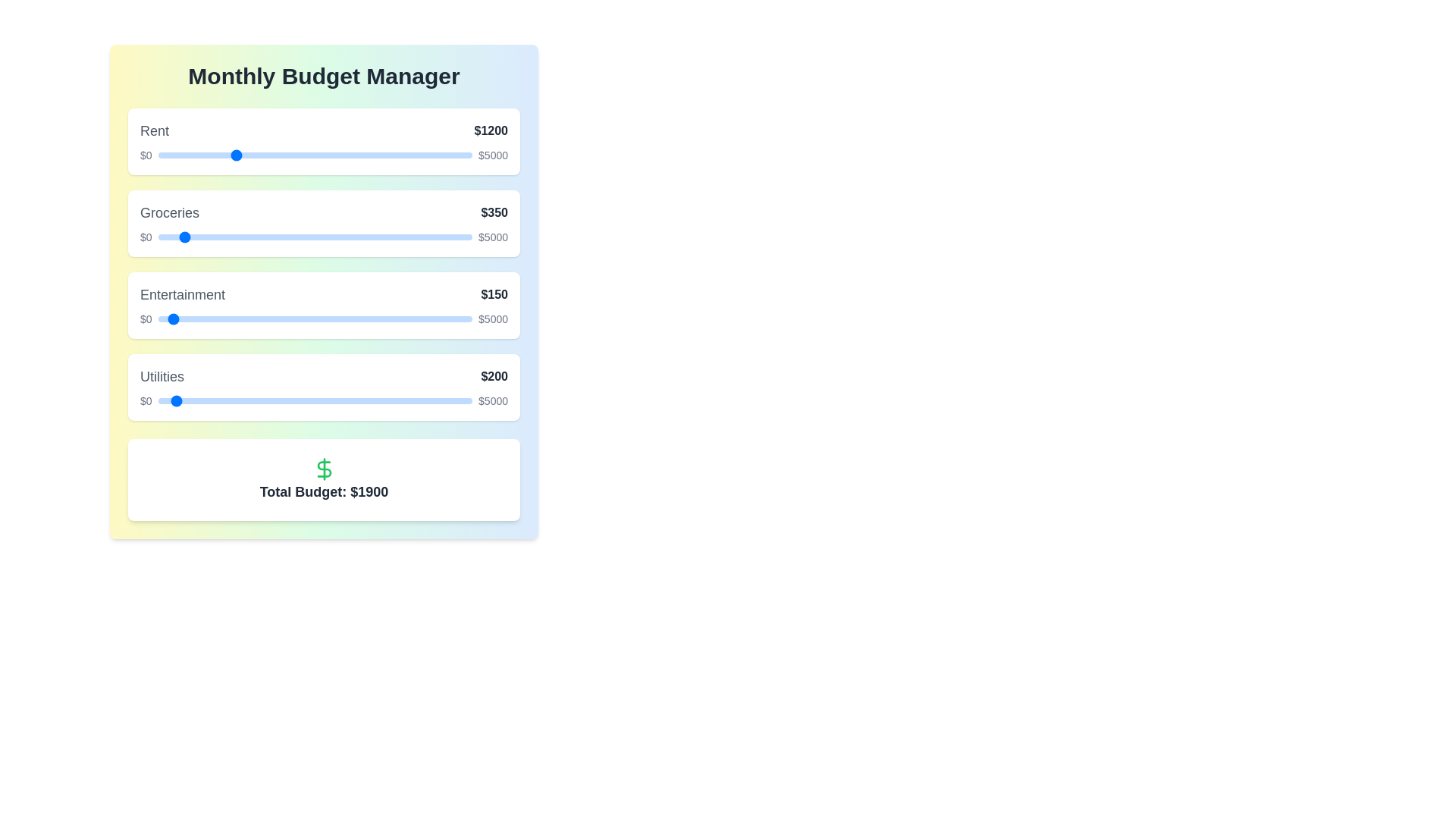  Describe the element at coordinates (197, 318) in the screenshot. I see `the entertainment budget slider` at that location.